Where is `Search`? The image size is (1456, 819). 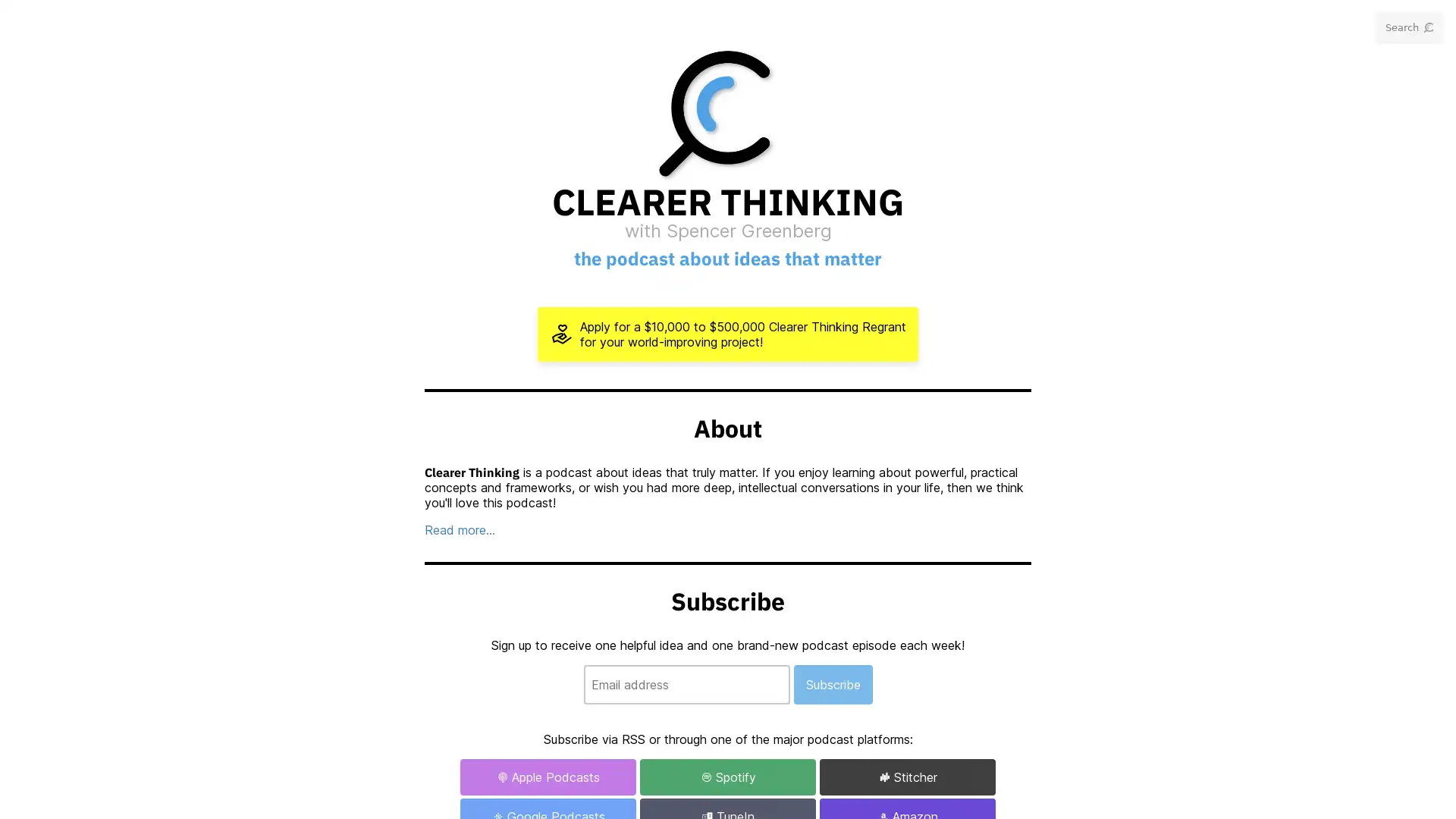 Search is located at coordinates (1408, 27).